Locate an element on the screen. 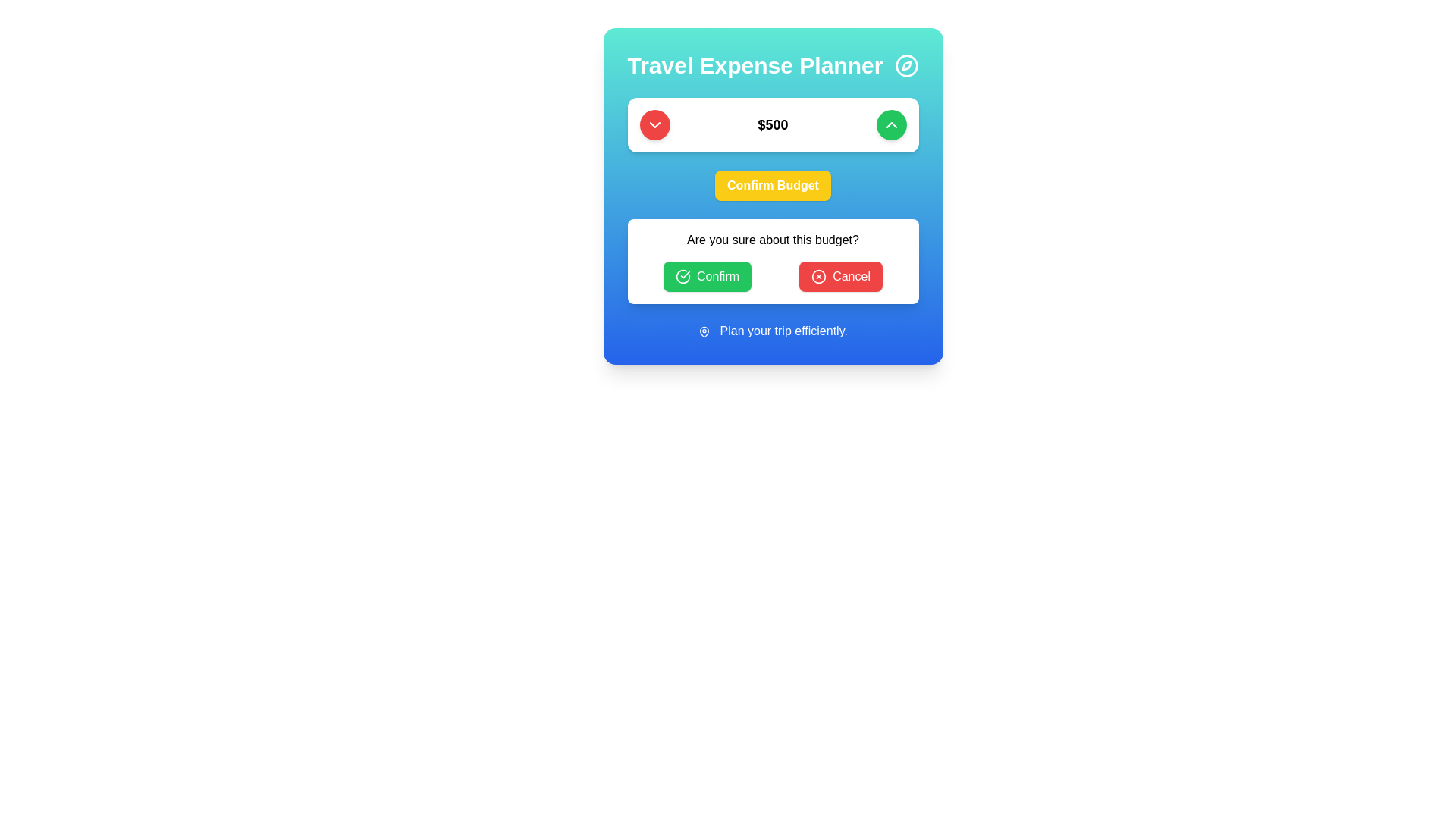  the circular red icon with a white cross inside it, which represents cancellation, located to the left of the 'Cancel' button in the confirmation dialogue box is located at coordinates (818, 277).